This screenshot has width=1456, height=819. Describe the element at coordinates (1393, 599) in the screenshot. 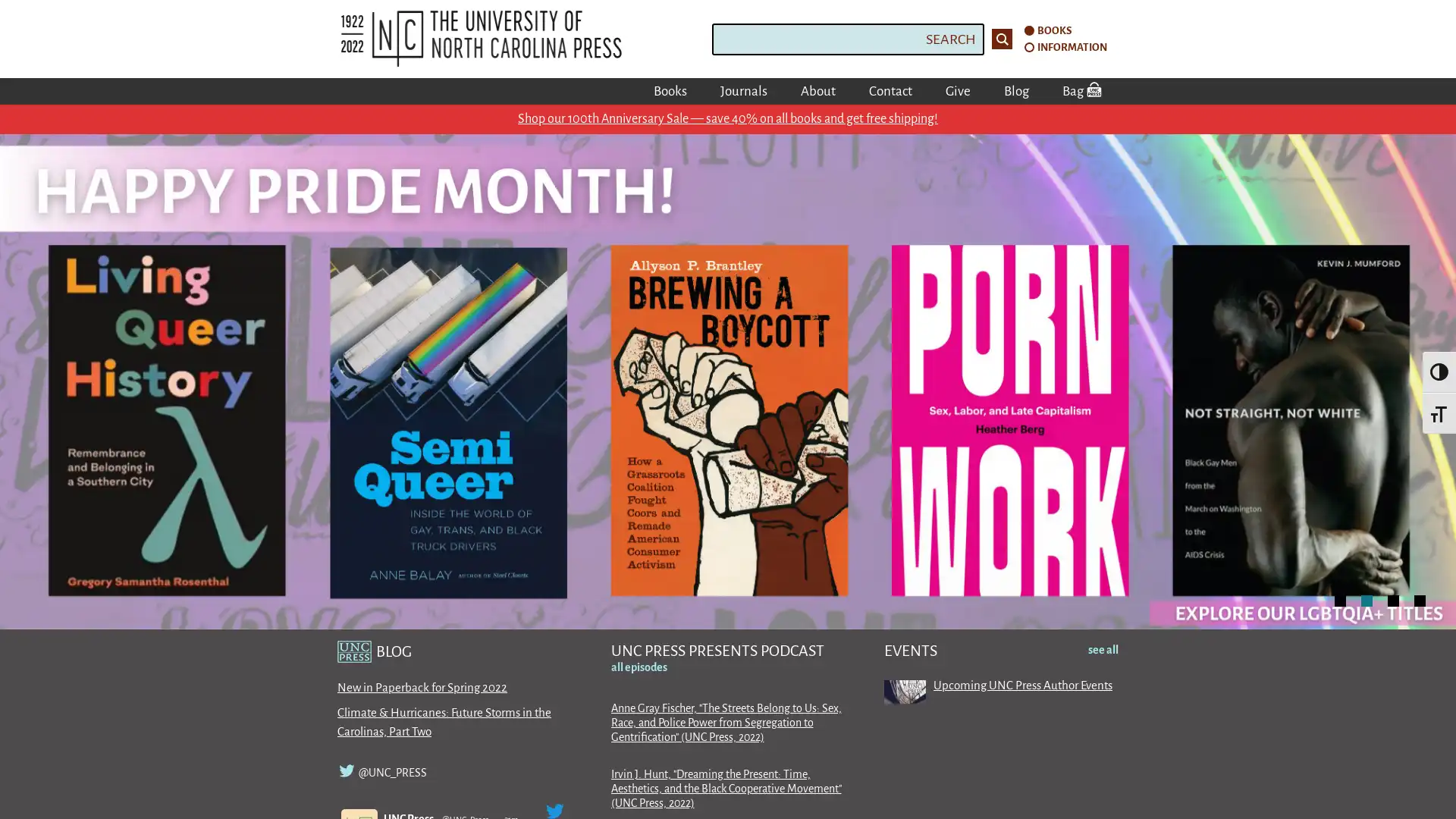

I see `3` at that location.